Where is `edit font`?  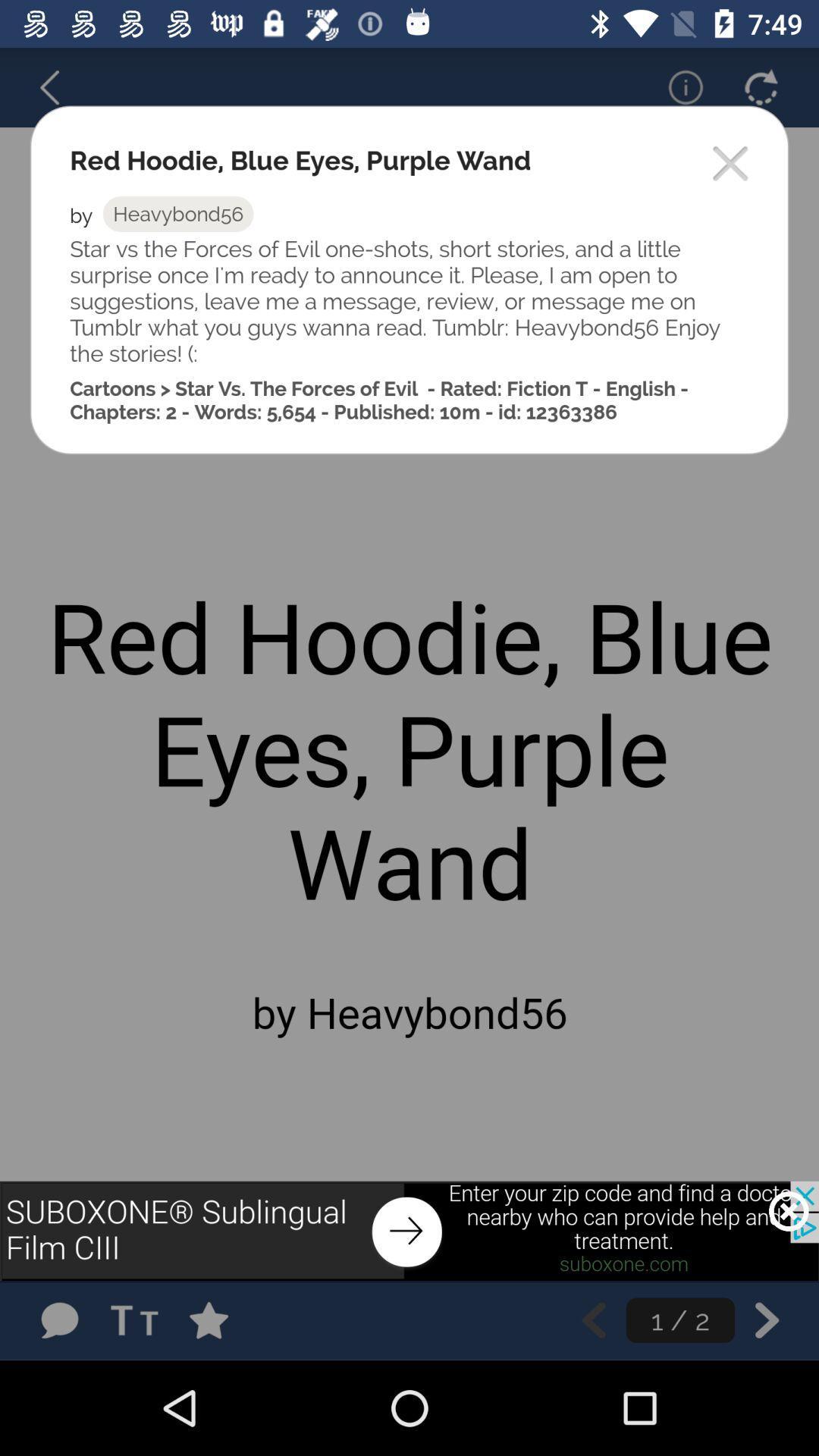 edit font is located at coordinates (139, 1319).